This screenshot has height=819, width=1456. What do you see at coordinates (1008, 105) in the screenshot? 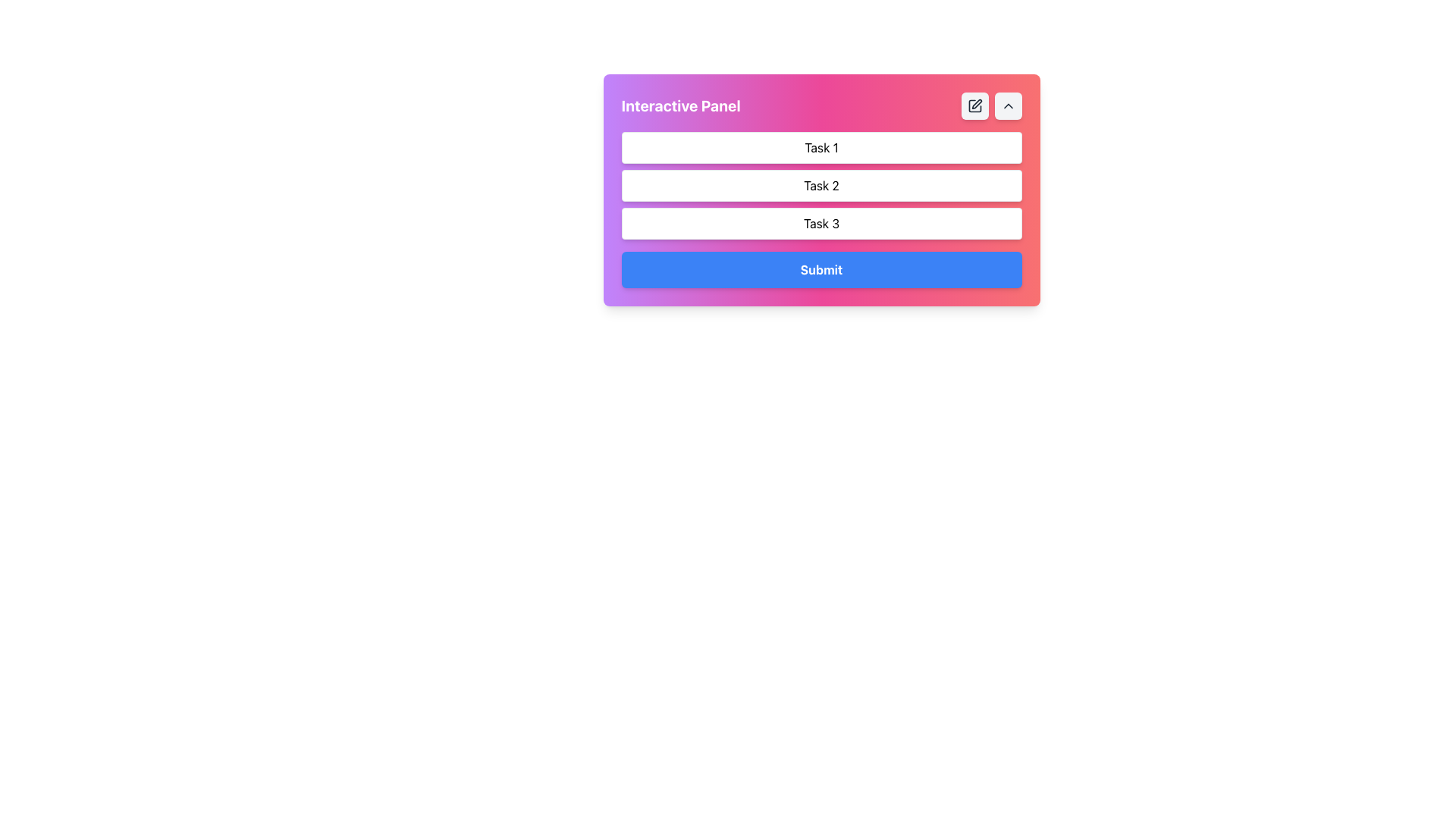
I see `the small square button with a light gray background and a chevron-up icon in the center, located at the top-right corner of the interactive panel` at bounding box center [1008, 105].